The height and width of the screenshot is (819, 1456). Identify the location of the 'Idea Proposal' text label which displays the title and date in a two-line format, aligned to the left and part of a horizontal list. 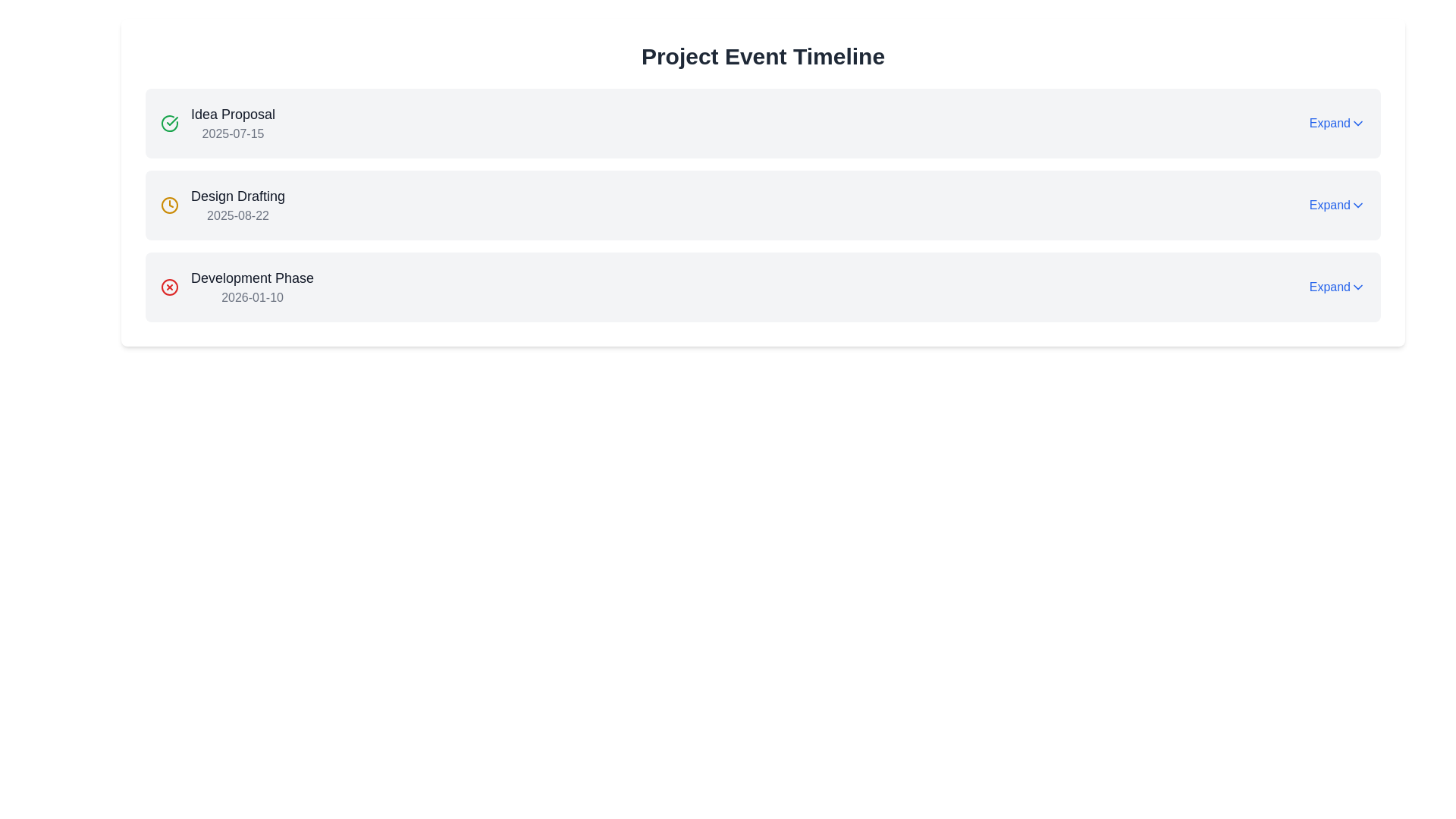
(232, 122).